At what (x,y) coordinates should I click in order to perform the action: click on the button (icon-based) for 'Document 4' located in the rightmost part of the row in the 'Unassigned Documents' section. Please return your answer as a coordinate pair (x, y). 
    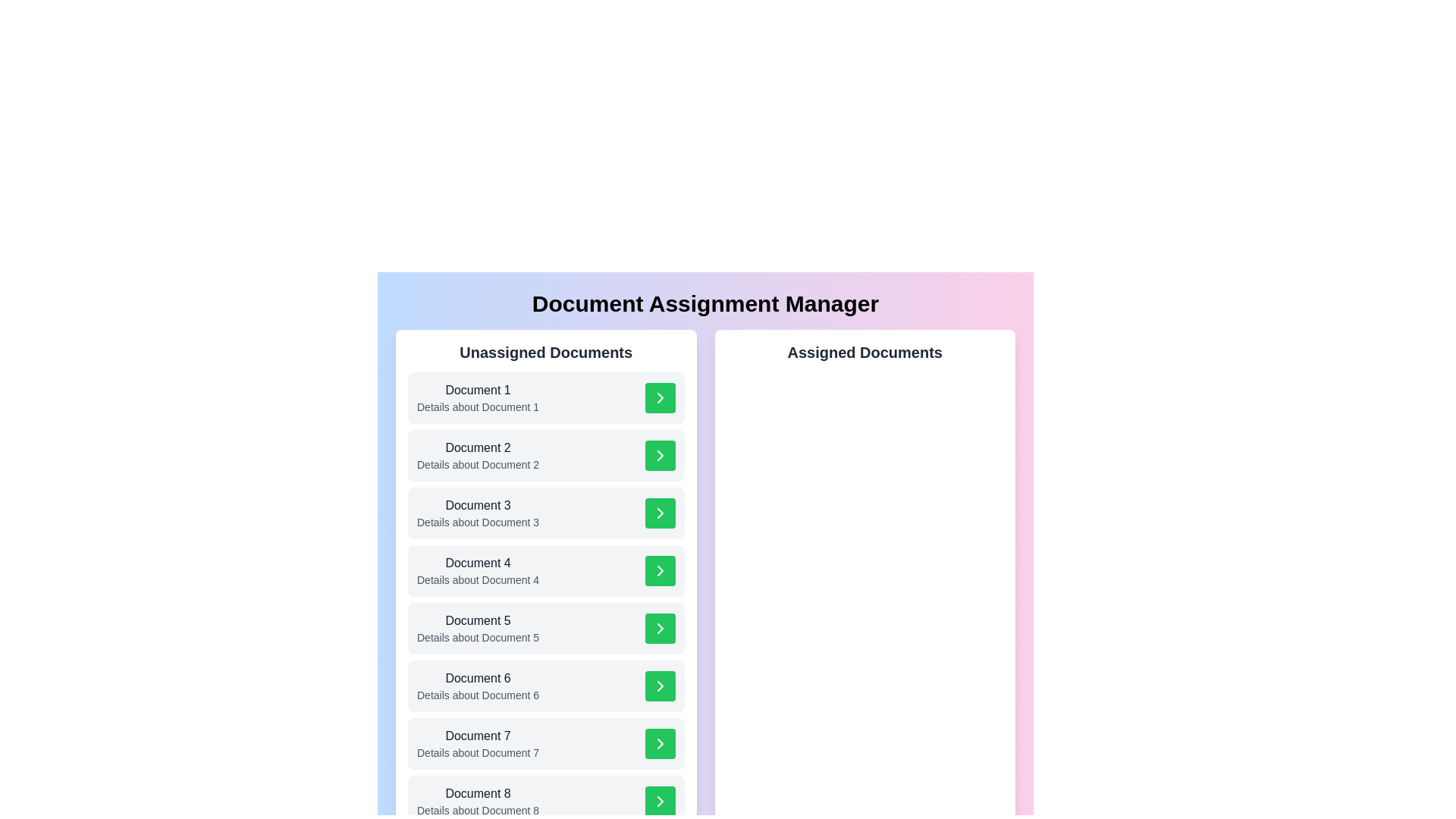
    Looking at the image, I should click on (660, 570).